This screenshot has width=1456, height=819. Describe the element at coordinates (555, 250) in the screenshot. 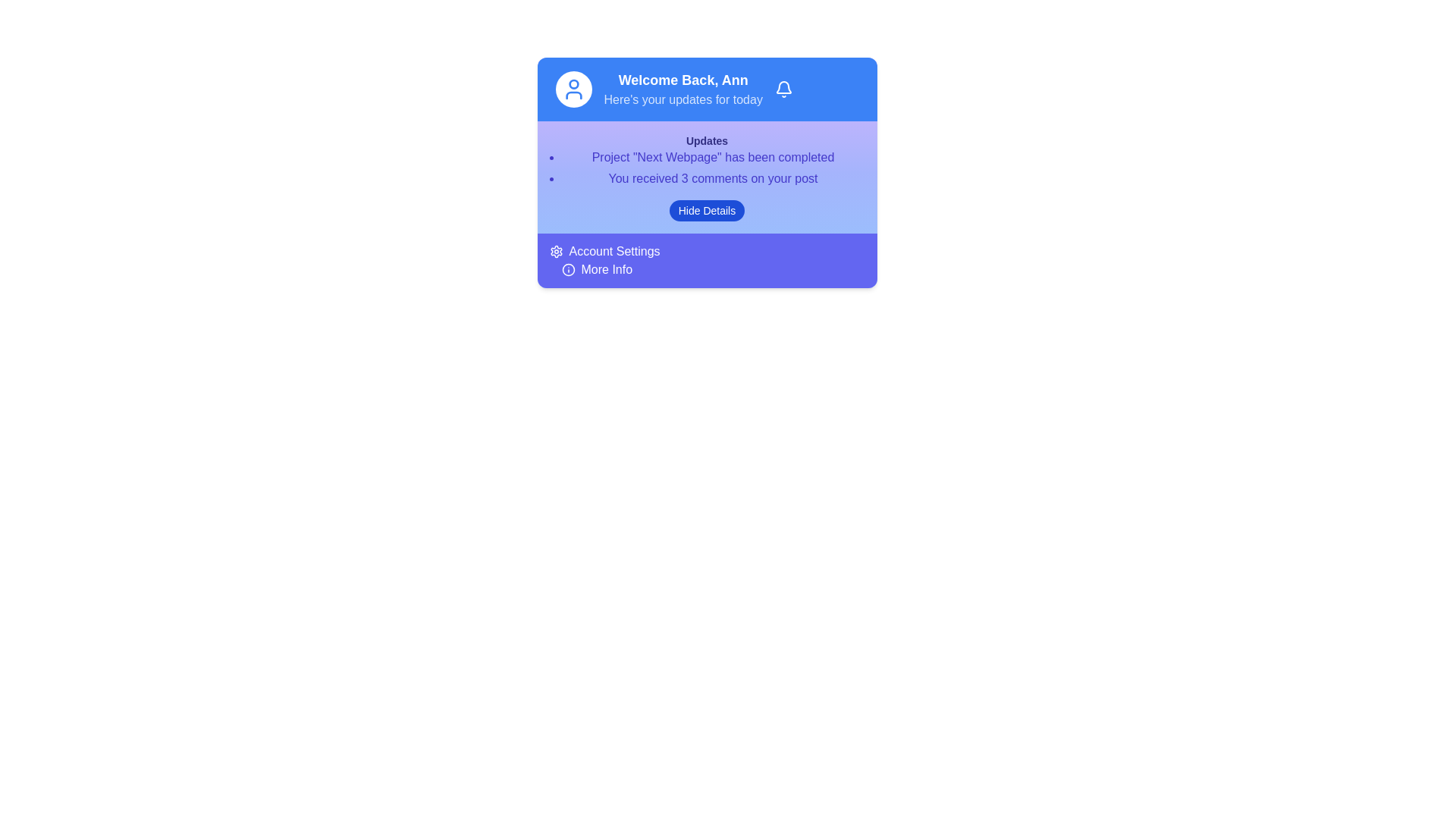

I see `the settings icon, which is the first element in the horizontal arrangement of components, to potentially open the settings menu` at that location.